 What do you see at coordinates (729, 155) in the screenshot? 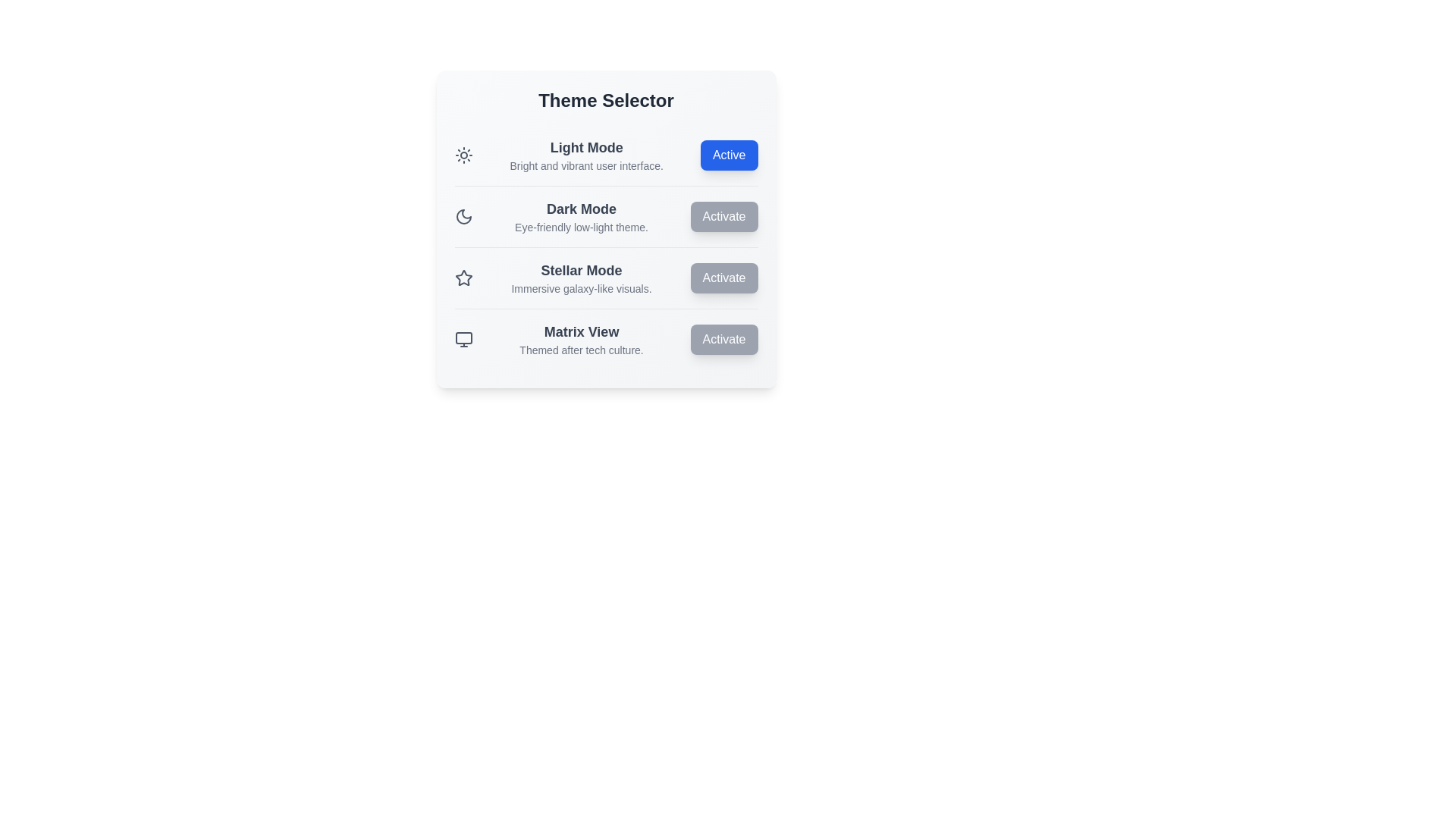
I see `'Activate' button for the theme specified by Light Mode` at bounding box center [729, 155].